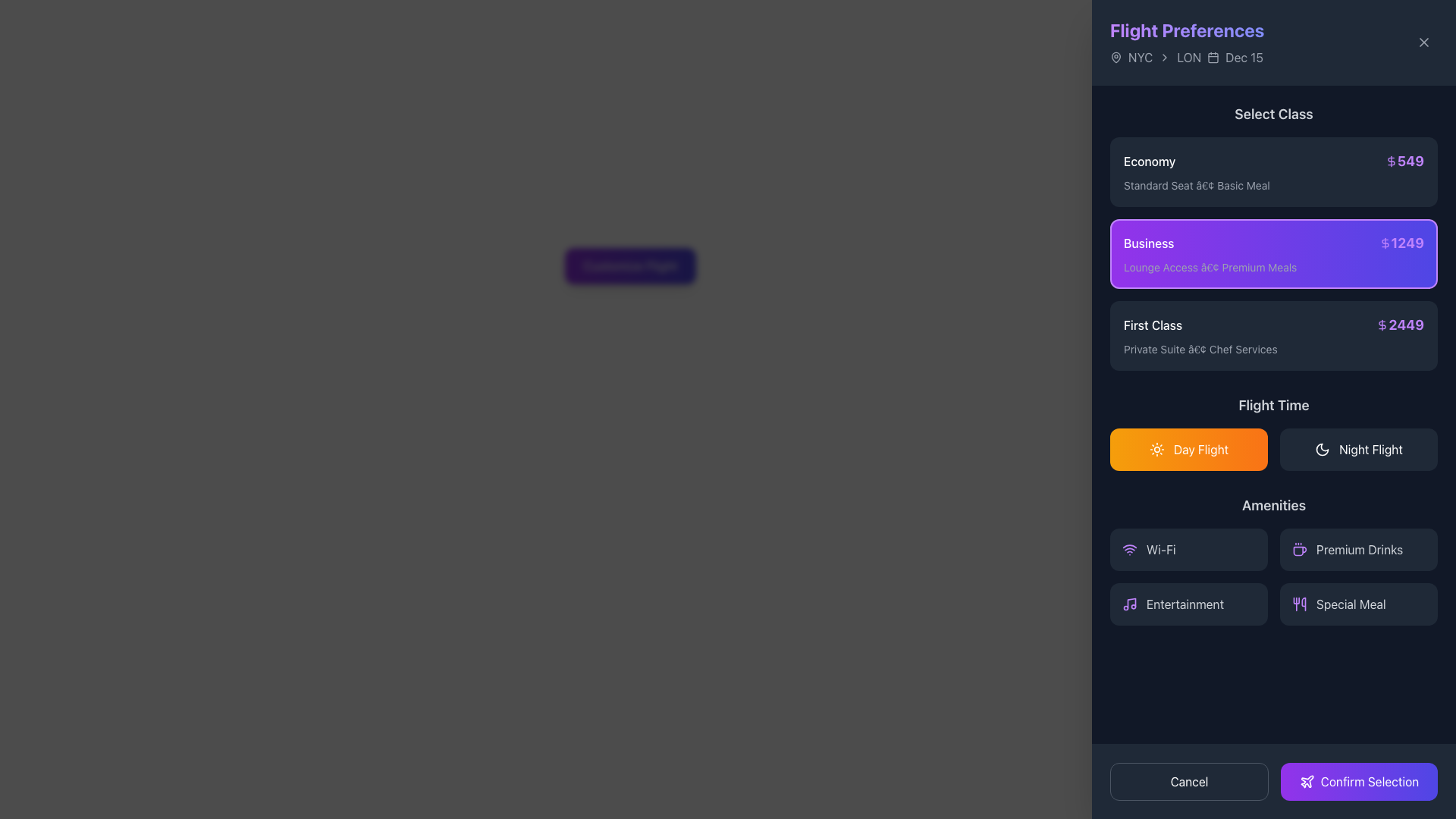 The height and width of the screenshot is (819, 1456). Describe the element at coordinates (1160, 550) in the screenshot. I see `the 'Wi-Fi' text label, which is styled in light gray and positioned next to a Wi-Fi signal icon in the Amenities section` at that location.